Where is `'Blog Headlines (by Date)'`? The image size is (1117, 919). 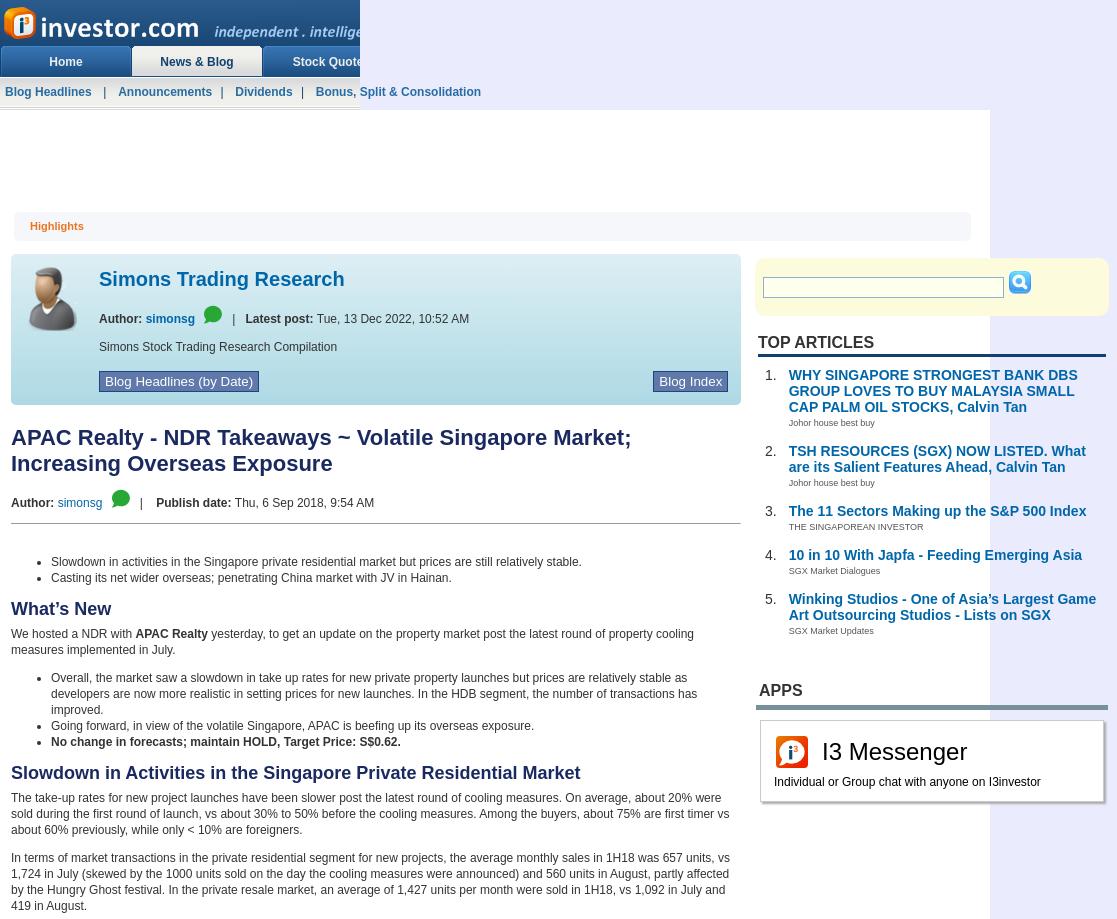
'Blog Headlines (by Date)' is located at coordinates (179, 381).